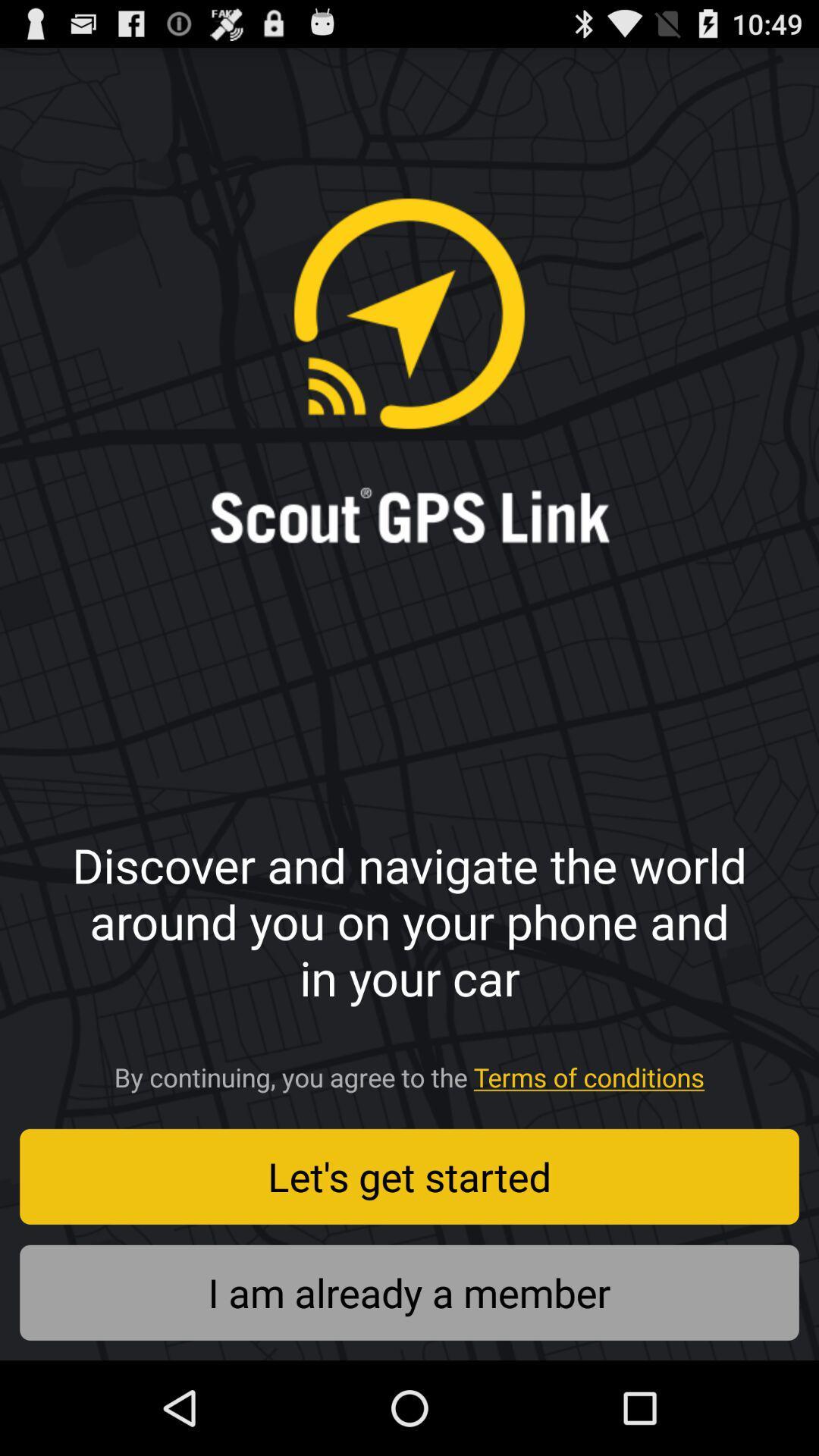  Describe the element at coordinates (409, 1072) in the screenshot. I see `the item below the discover and navigate item` at that location.